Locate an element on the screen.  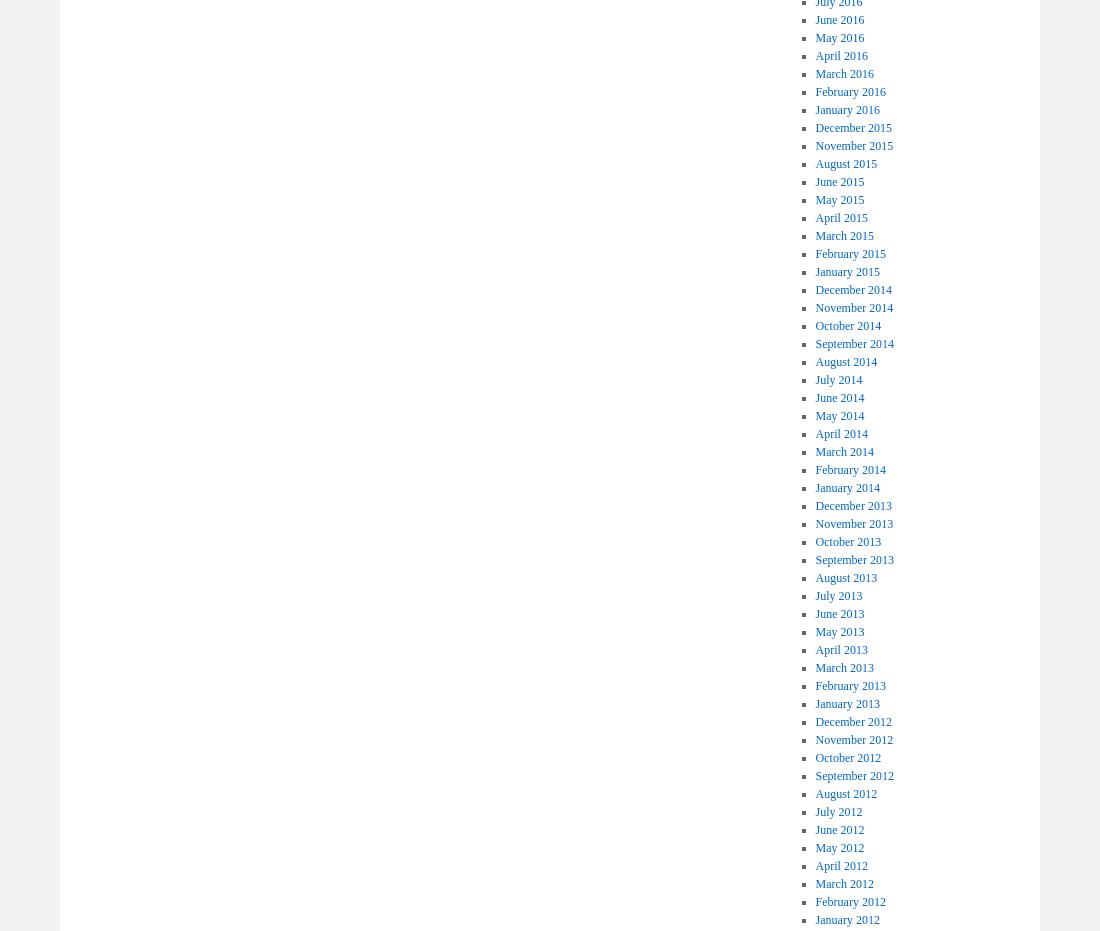
'April 2012' is located at coordinates (814, 866).